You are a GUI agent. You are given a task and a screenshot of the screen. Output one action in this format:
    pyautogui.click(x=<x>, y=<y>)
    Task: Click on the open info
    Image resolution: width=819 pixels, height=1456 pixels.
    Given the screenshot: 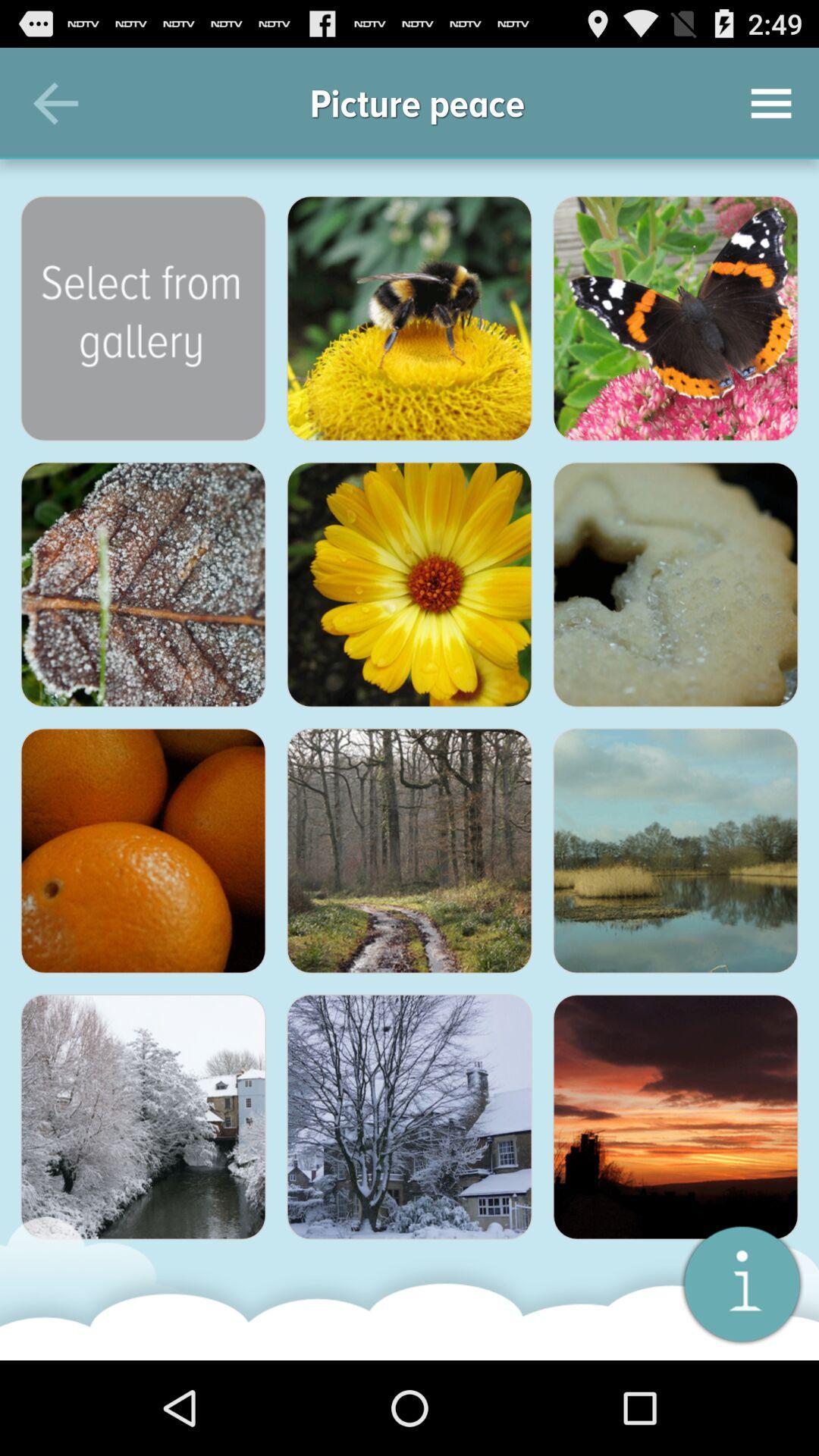 What is the action you would take?
    pyautogui.click(x=741, y=1282)
    